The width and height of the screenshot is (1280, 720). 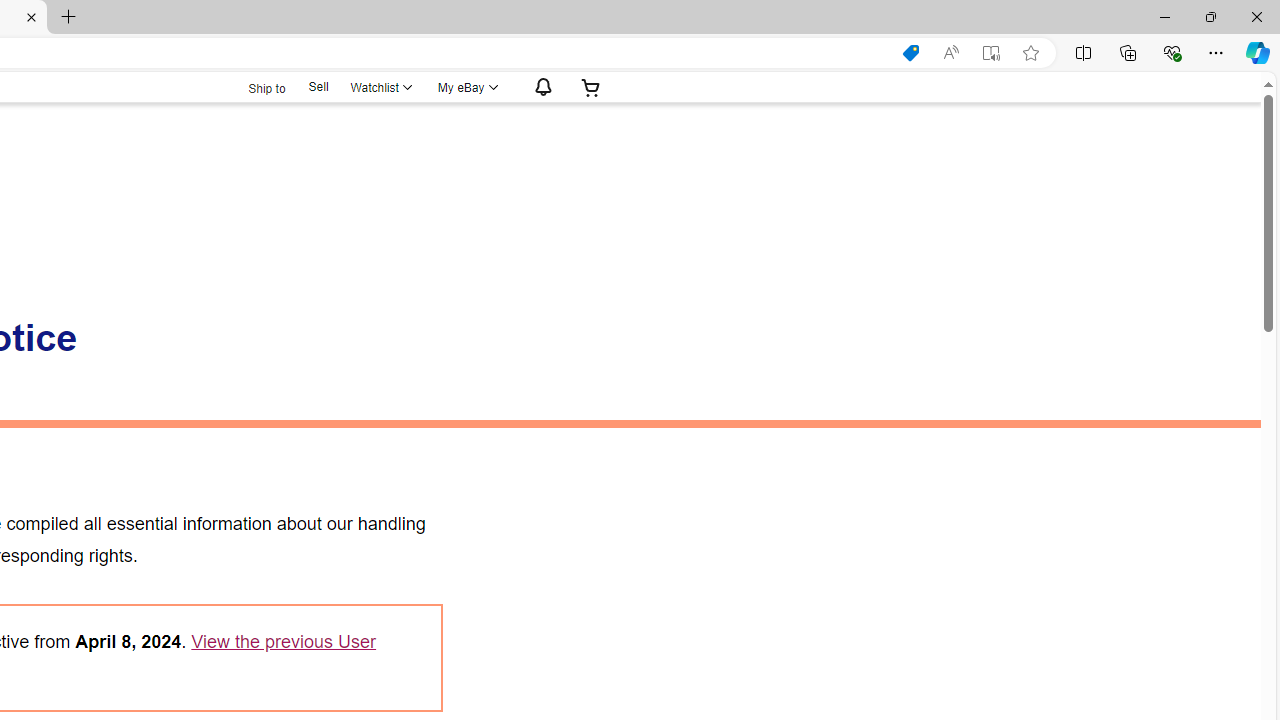 I want to click on 'My eBayExpand My eBay', so click(x=465, y=86).